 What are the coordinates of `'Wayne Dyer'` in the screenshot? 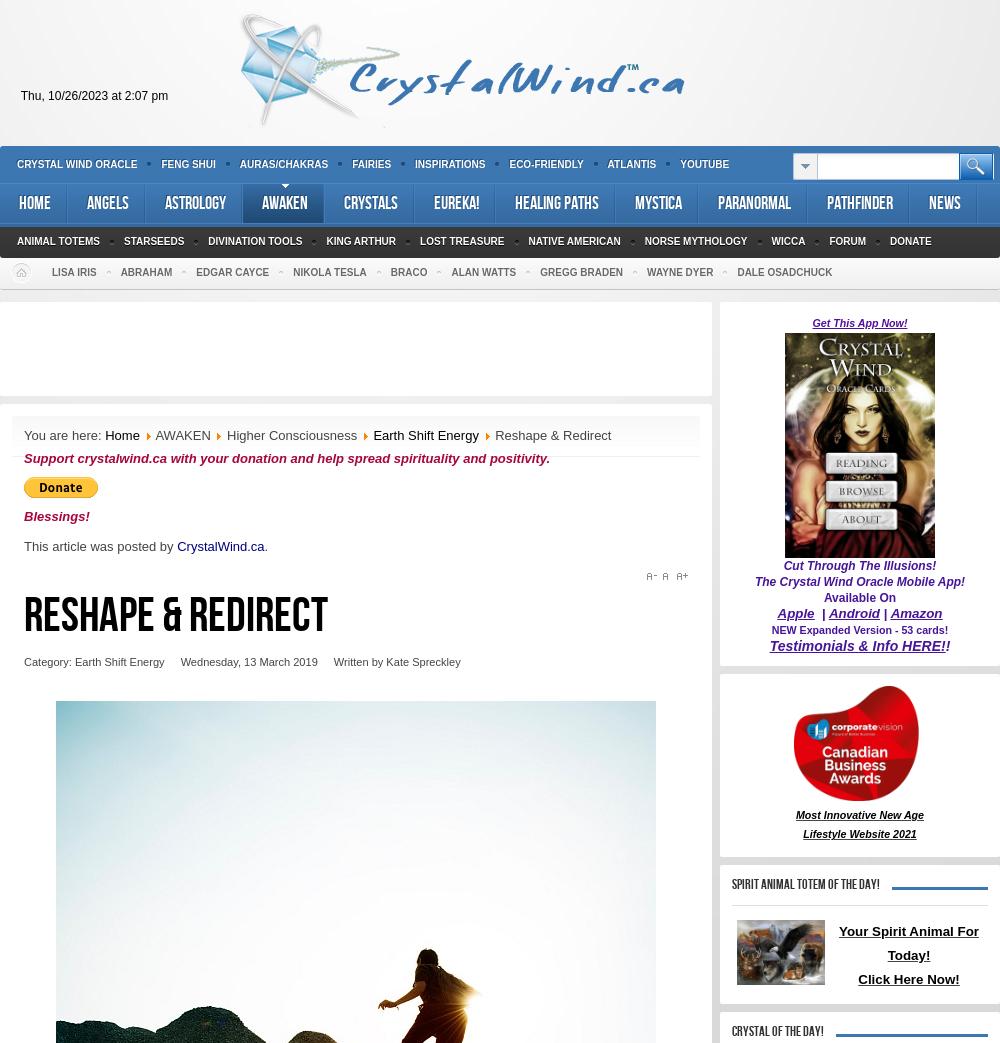 It's located at (680, 272).